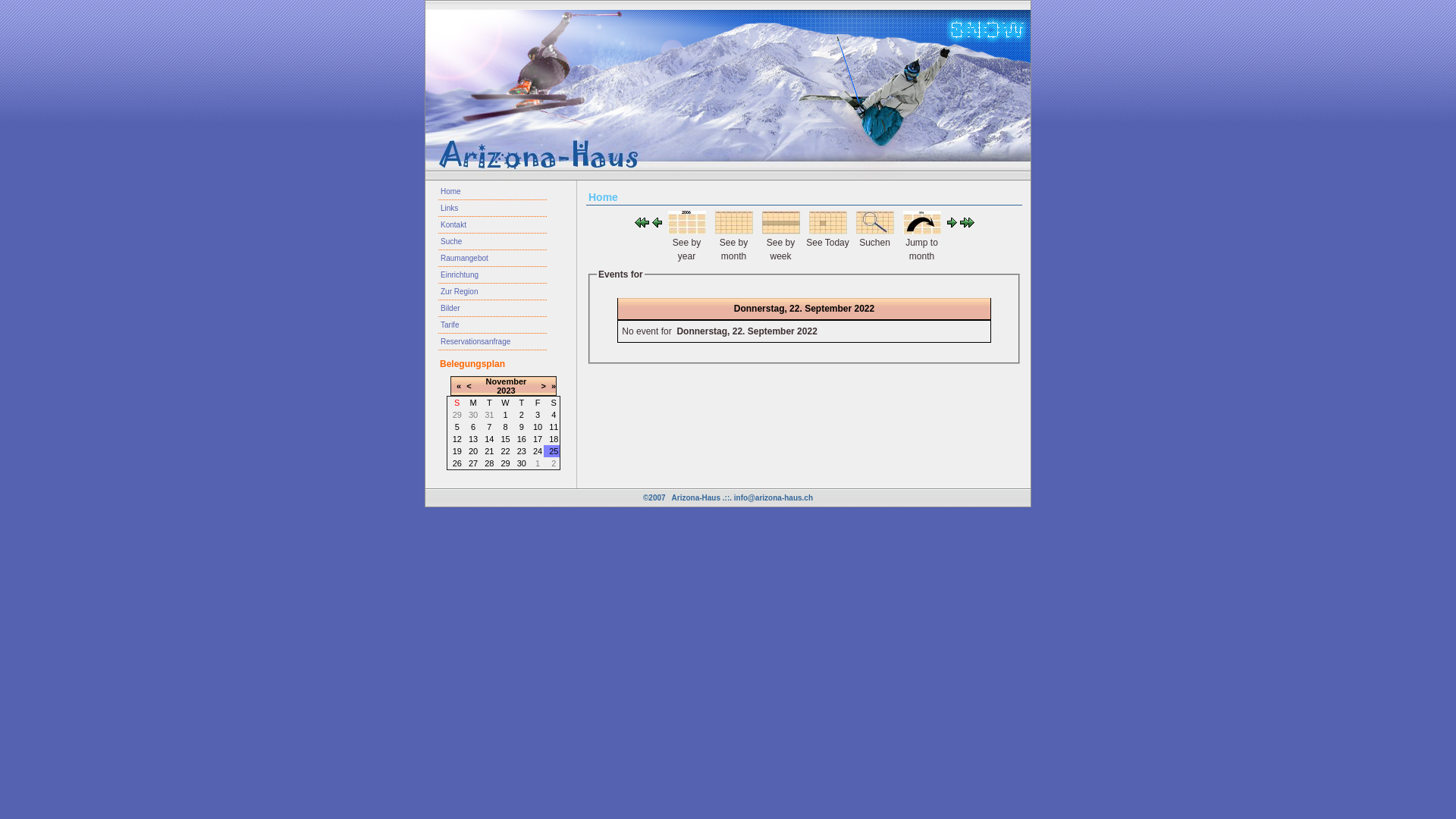  Describe the element at coordinates (521, 450) in the screenshot. I see `'23'` at that location.